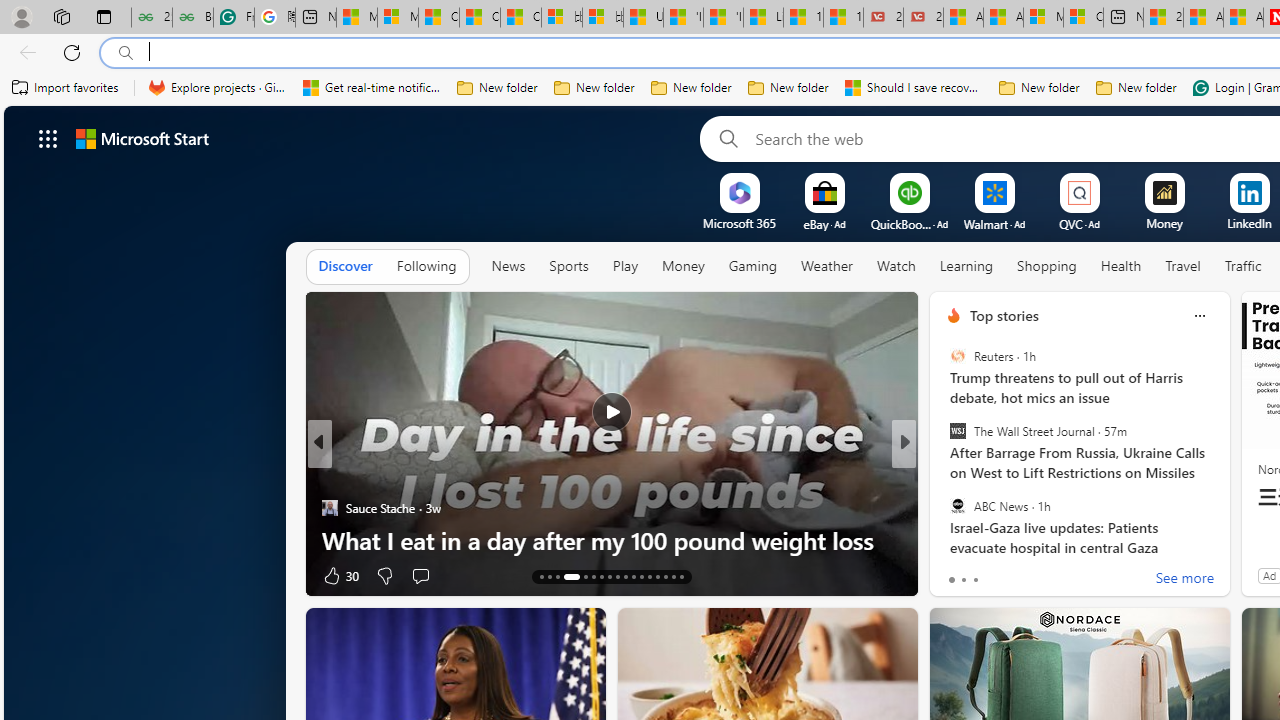  What do you see at coordinates (1046, 265) in the screenshot?
I see `'Shopping'` at bounding box center [1046, 265].